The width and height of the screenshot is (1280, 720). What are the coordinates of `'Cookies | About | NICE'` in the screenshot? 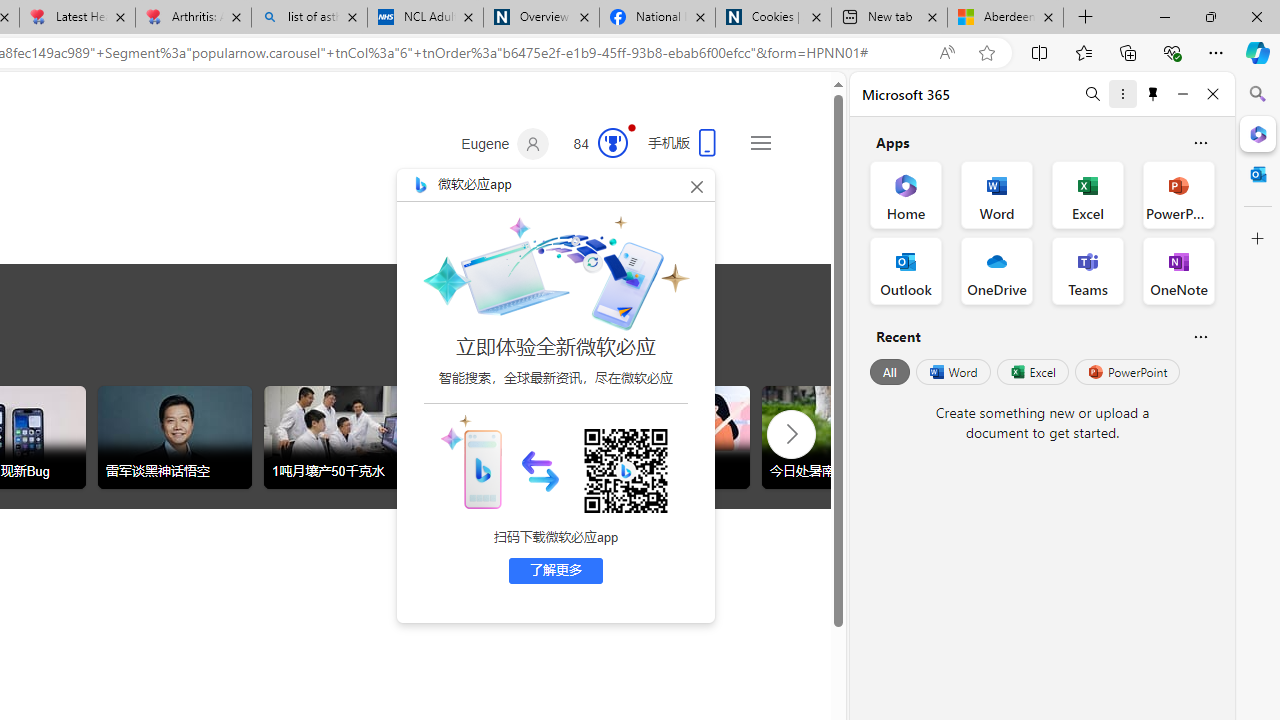 It's located at (772, 17).